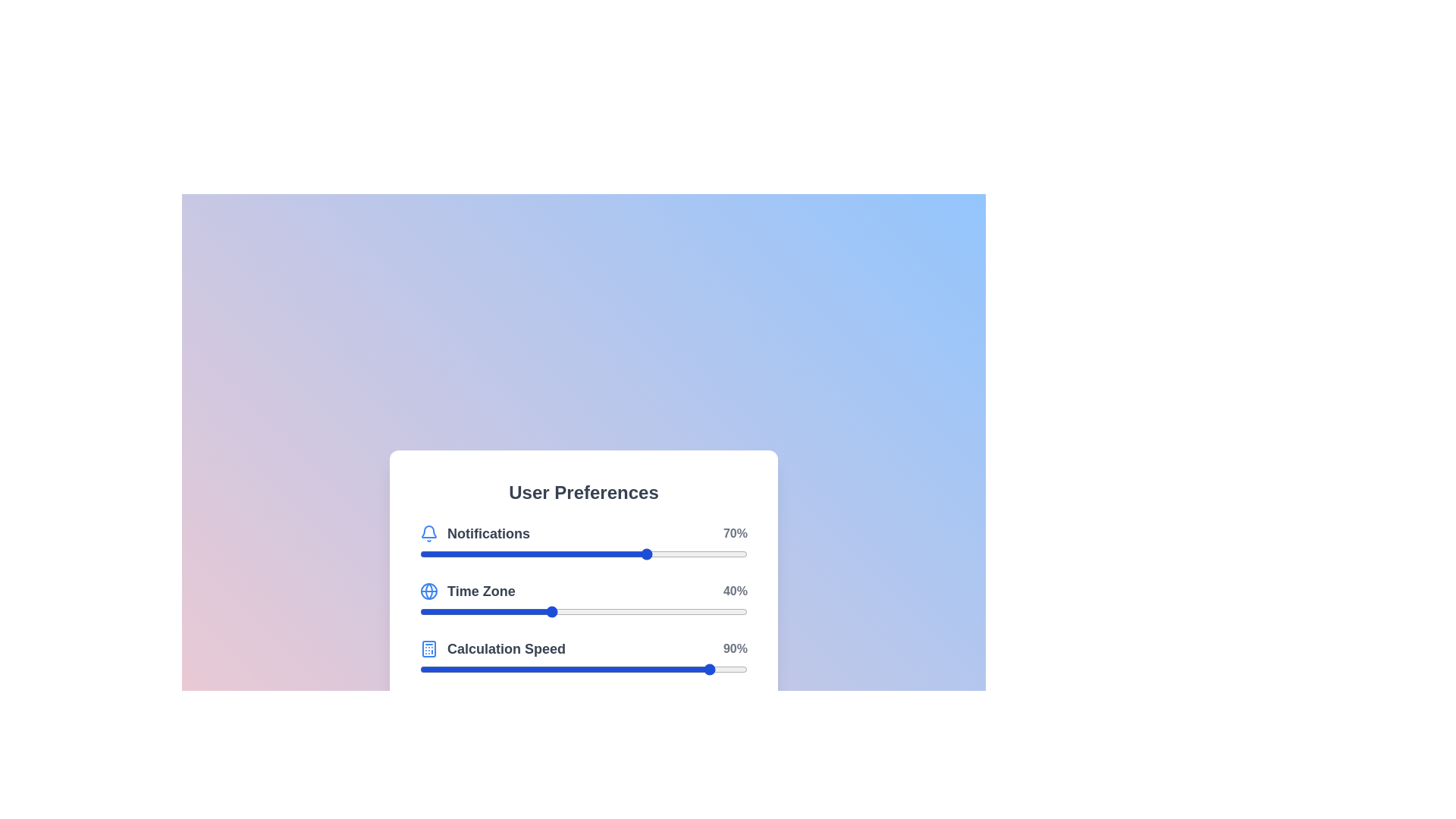 Image resolution: width=1456 pixels, height=819 pixels. I want to click on the heading text 'User Preferences', so click(582, 493).